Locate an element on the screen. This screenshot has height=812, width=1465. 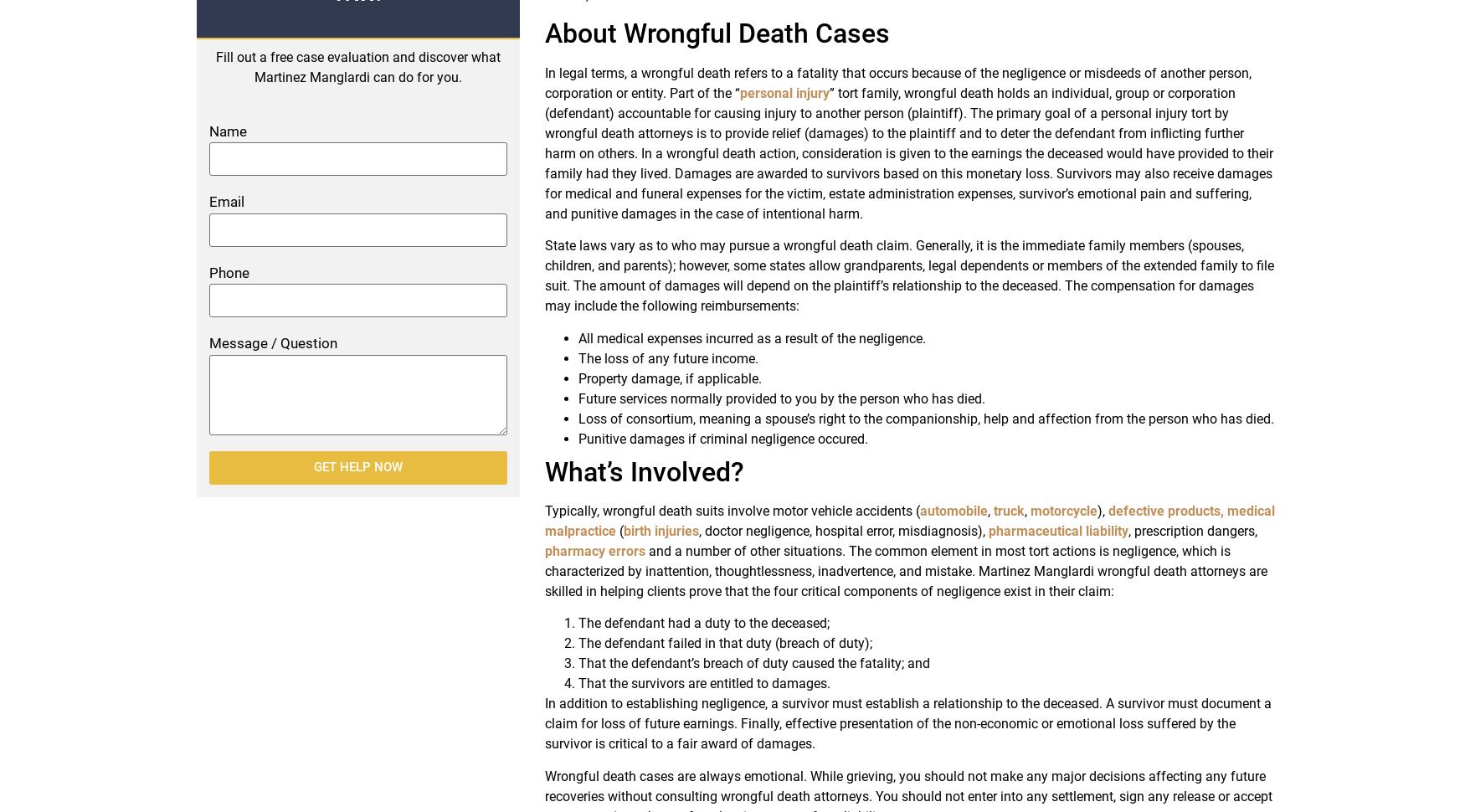
'),' is located at coordinates (1102, 510).